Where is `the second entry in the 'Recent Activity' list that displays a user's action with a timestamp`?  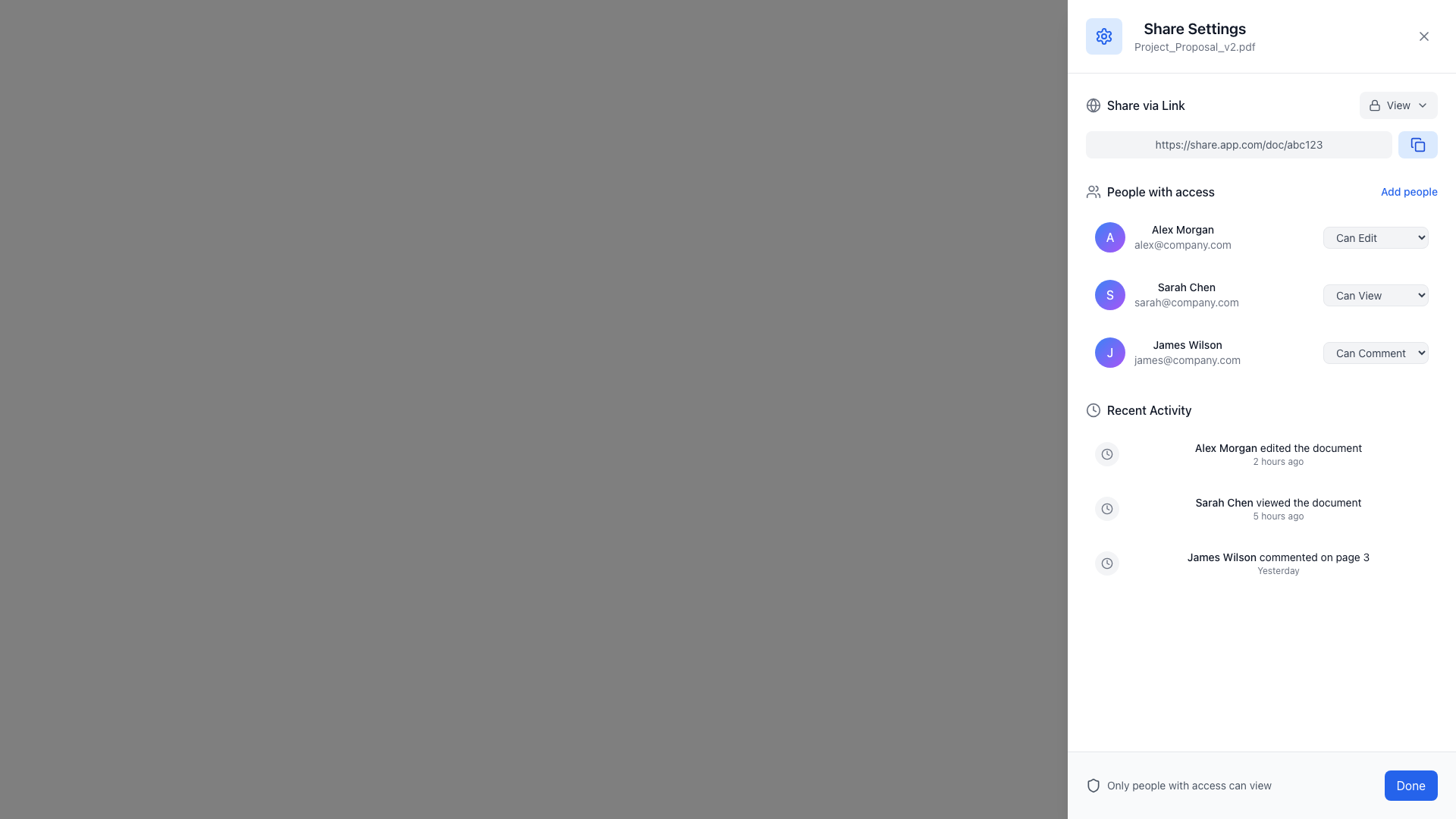
the second entry in the 'Recent Activity' list that displays a user's action with a timestamp is located at coordinates (1262, 509).